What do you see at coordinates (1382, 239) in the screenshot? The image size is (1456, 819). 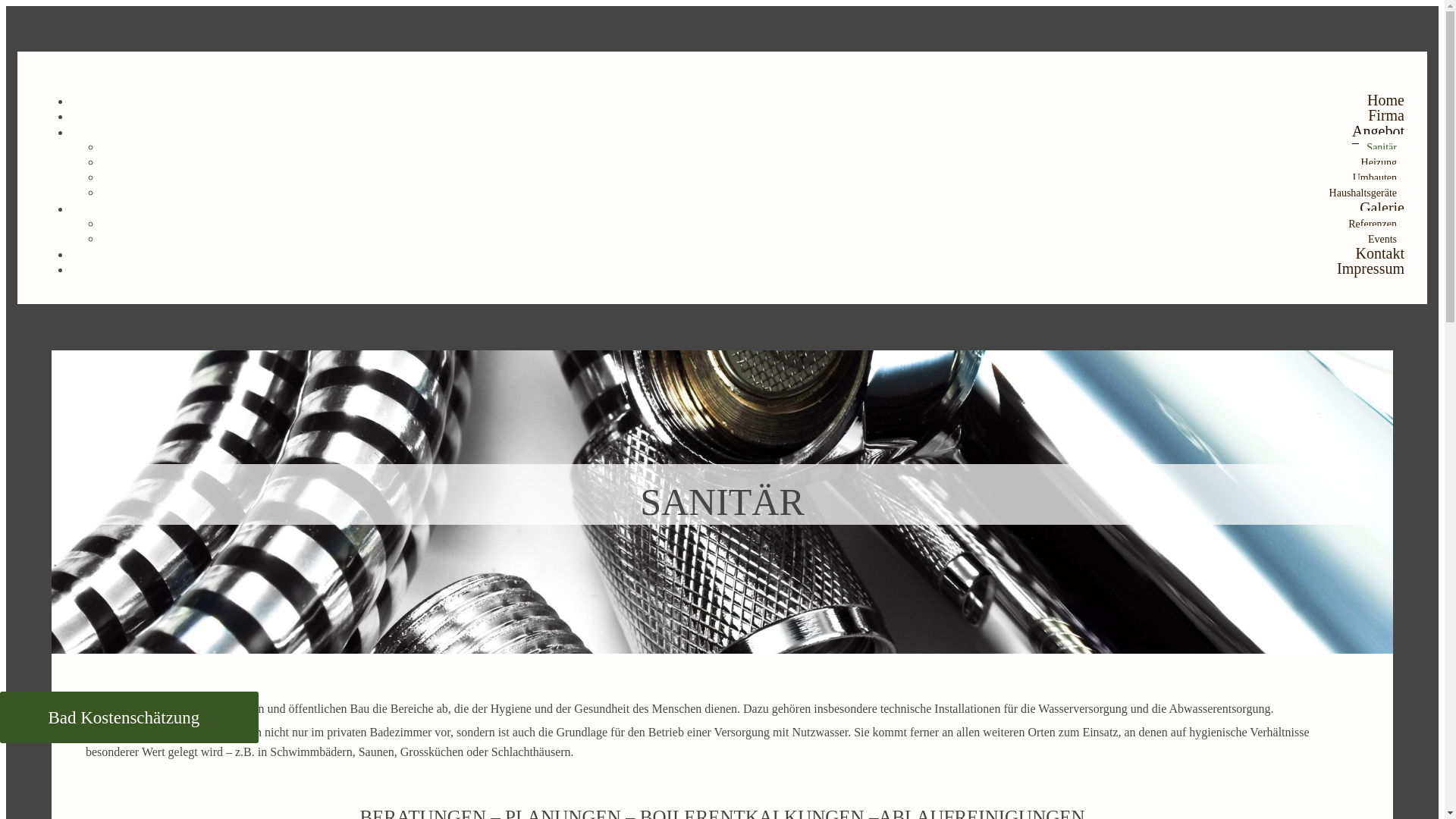 I see `'Events'` at bounding box center [1382, 239].